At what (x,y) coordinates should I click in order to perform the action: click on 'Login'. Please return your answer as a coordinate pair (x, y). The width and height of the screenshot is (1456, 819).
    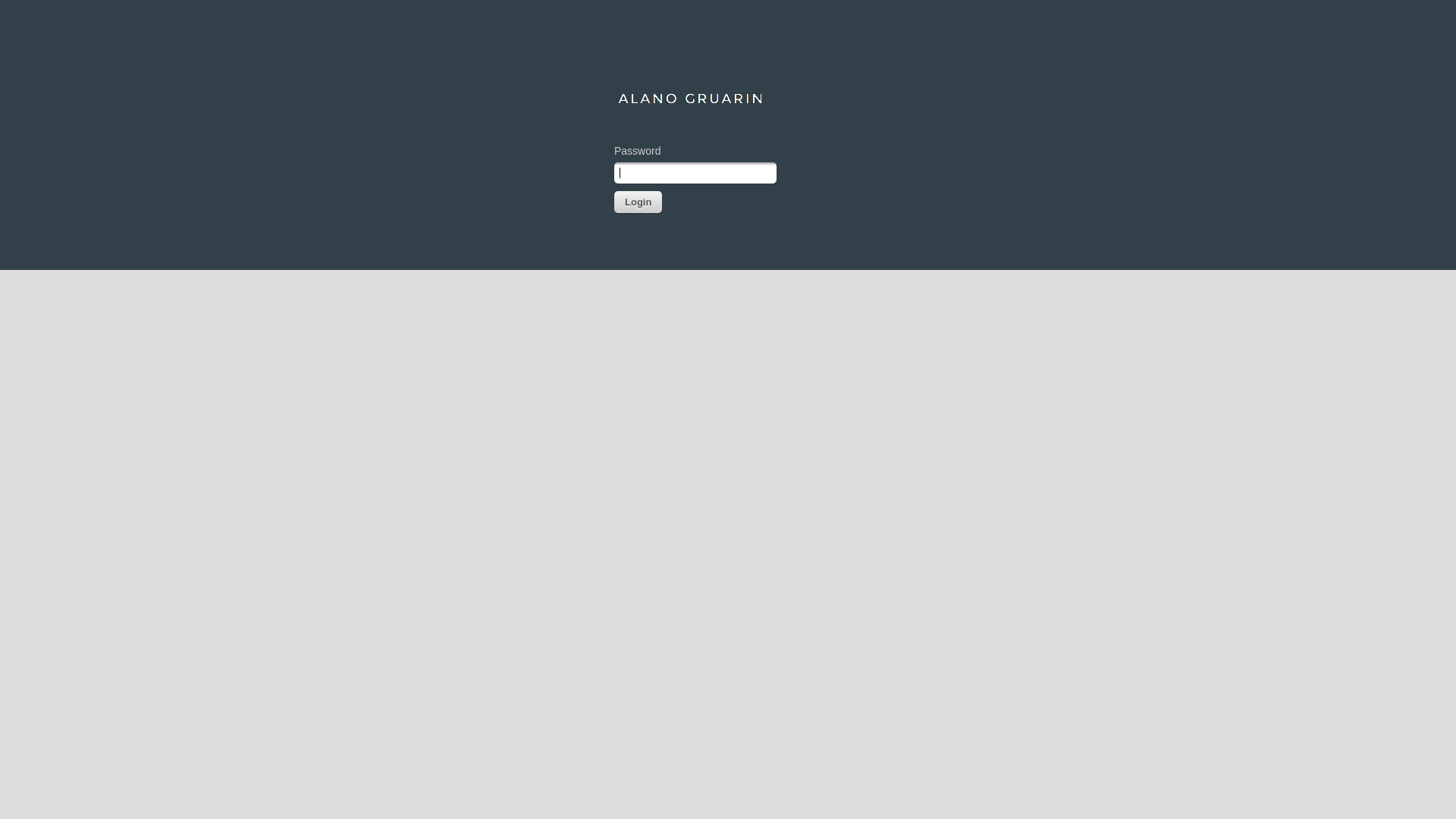
    Looking at the image, I should click on (638, 201).